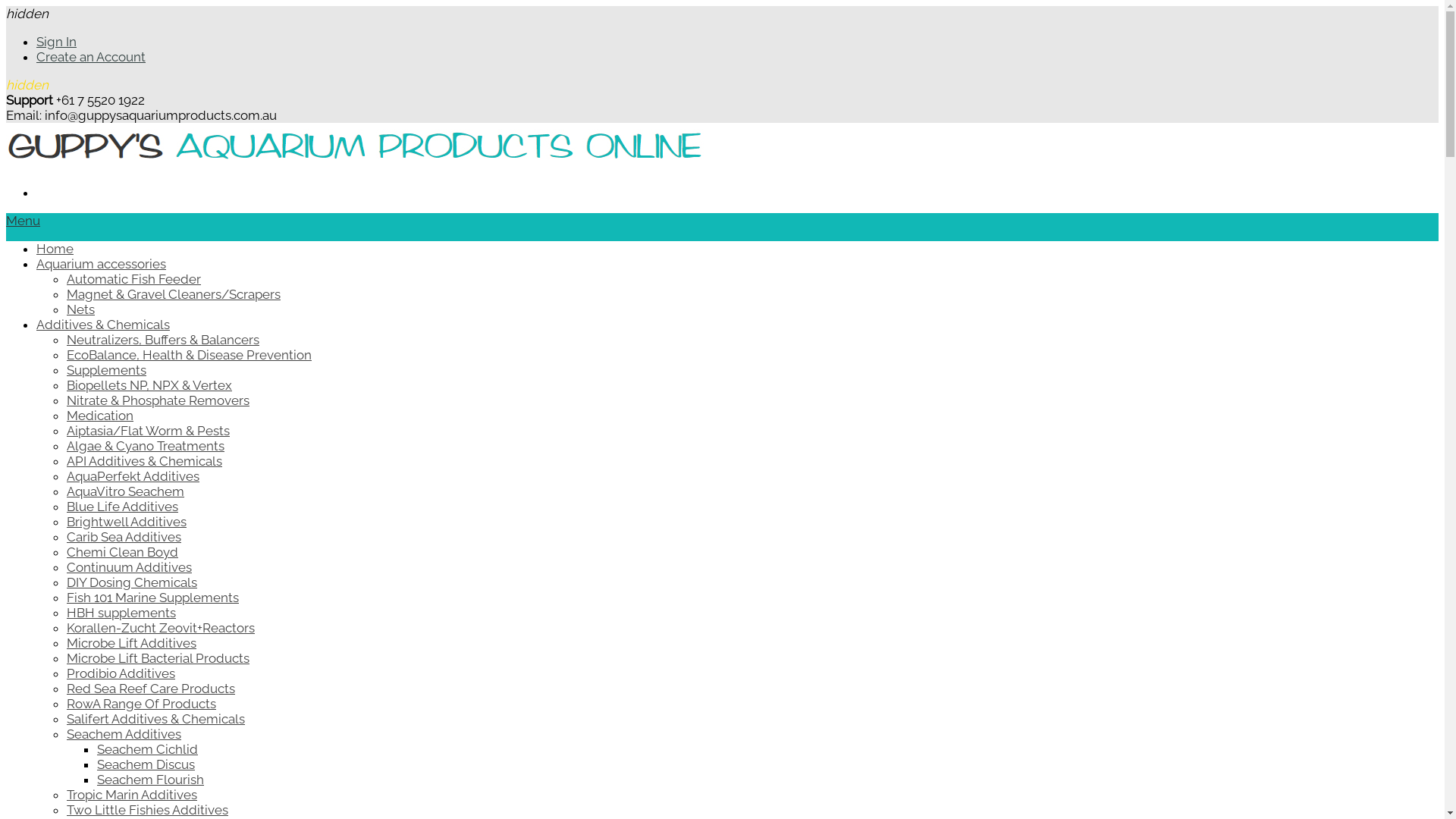  Describe the element at coordinates (65, 581) in the screenshot. I see `'DIY Dosing Chemicals'` at that location.